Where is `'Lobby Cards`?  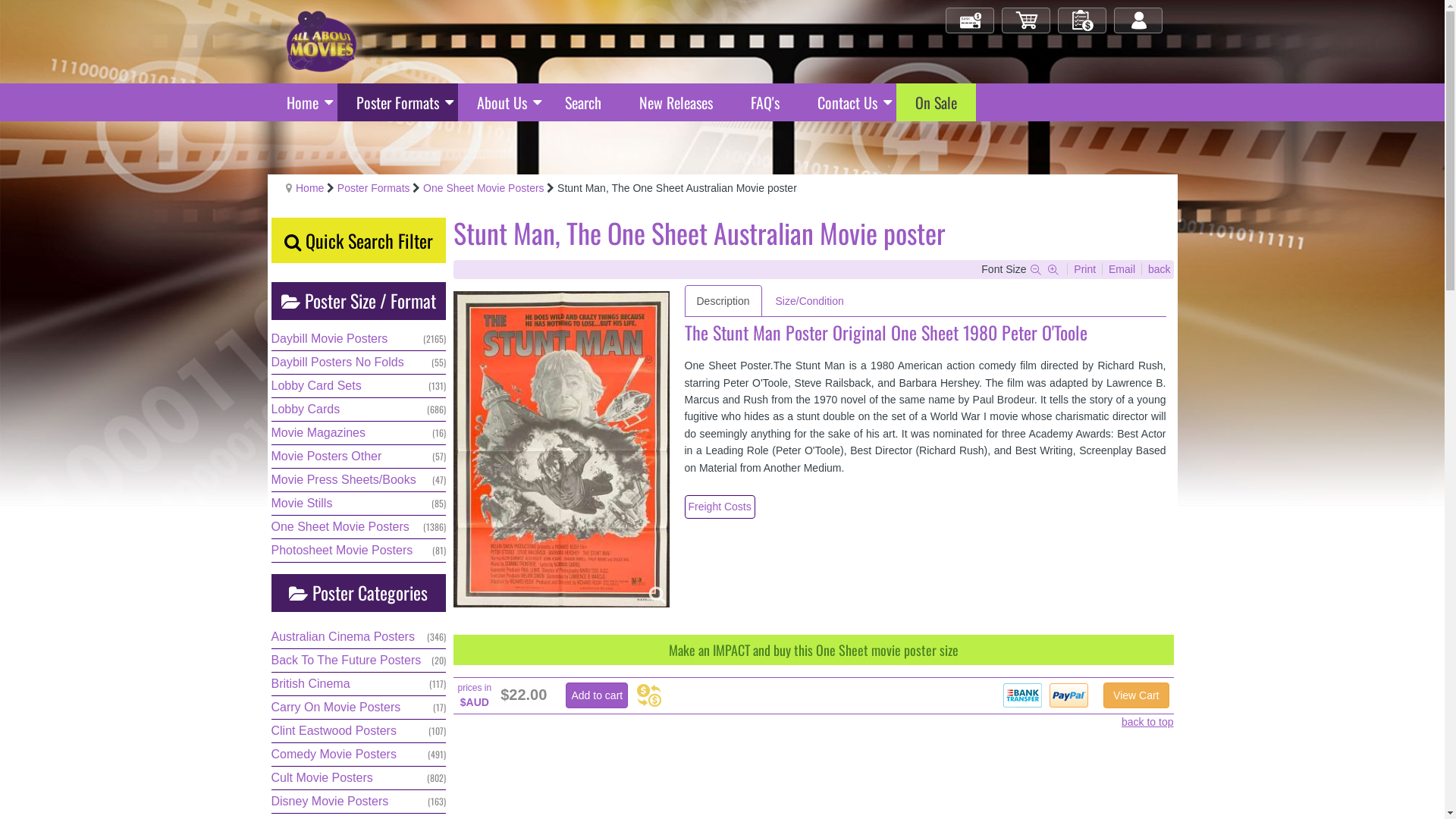 'Lobby Cards is located at coordinates (271, 409).